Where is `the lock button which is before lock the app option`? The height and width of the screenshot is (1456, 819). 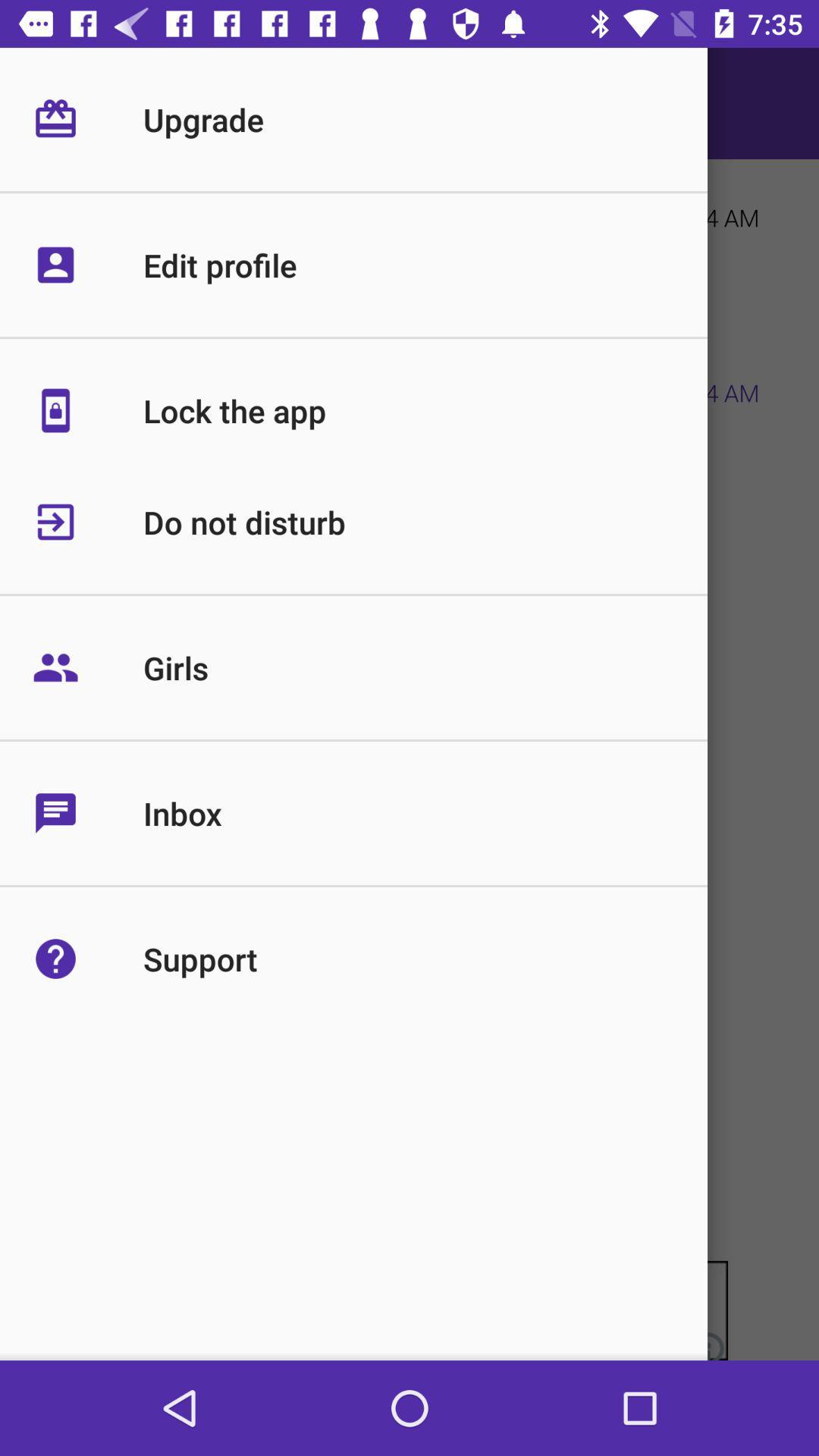
the lock button which is before lock the app option is located at coordinates (93, 433).